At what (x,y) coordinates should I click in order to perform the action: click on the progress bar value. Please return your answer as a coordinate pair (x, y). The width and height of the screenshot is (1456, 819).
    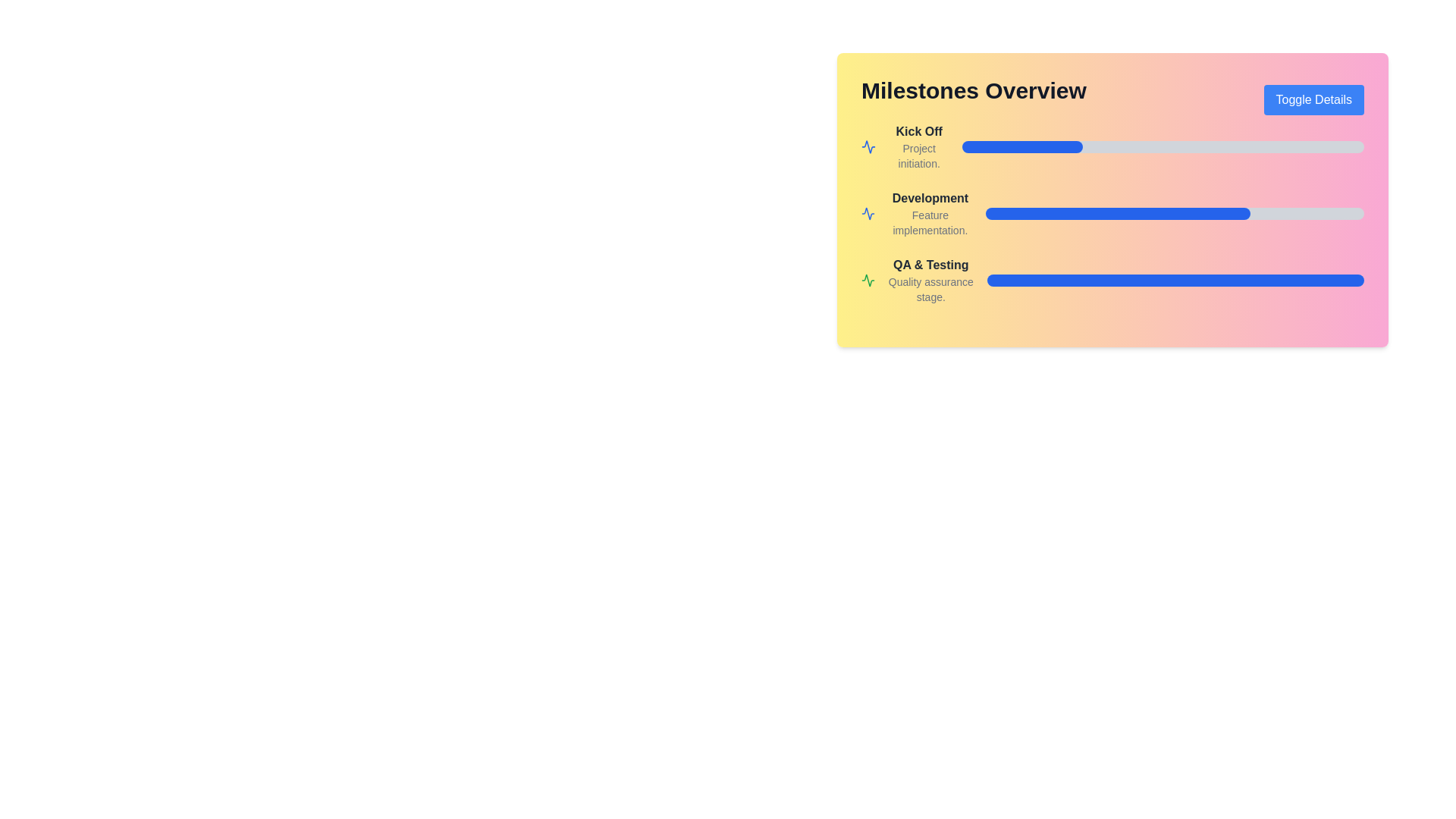
    Looking at the image, I should click on (1035, 281).